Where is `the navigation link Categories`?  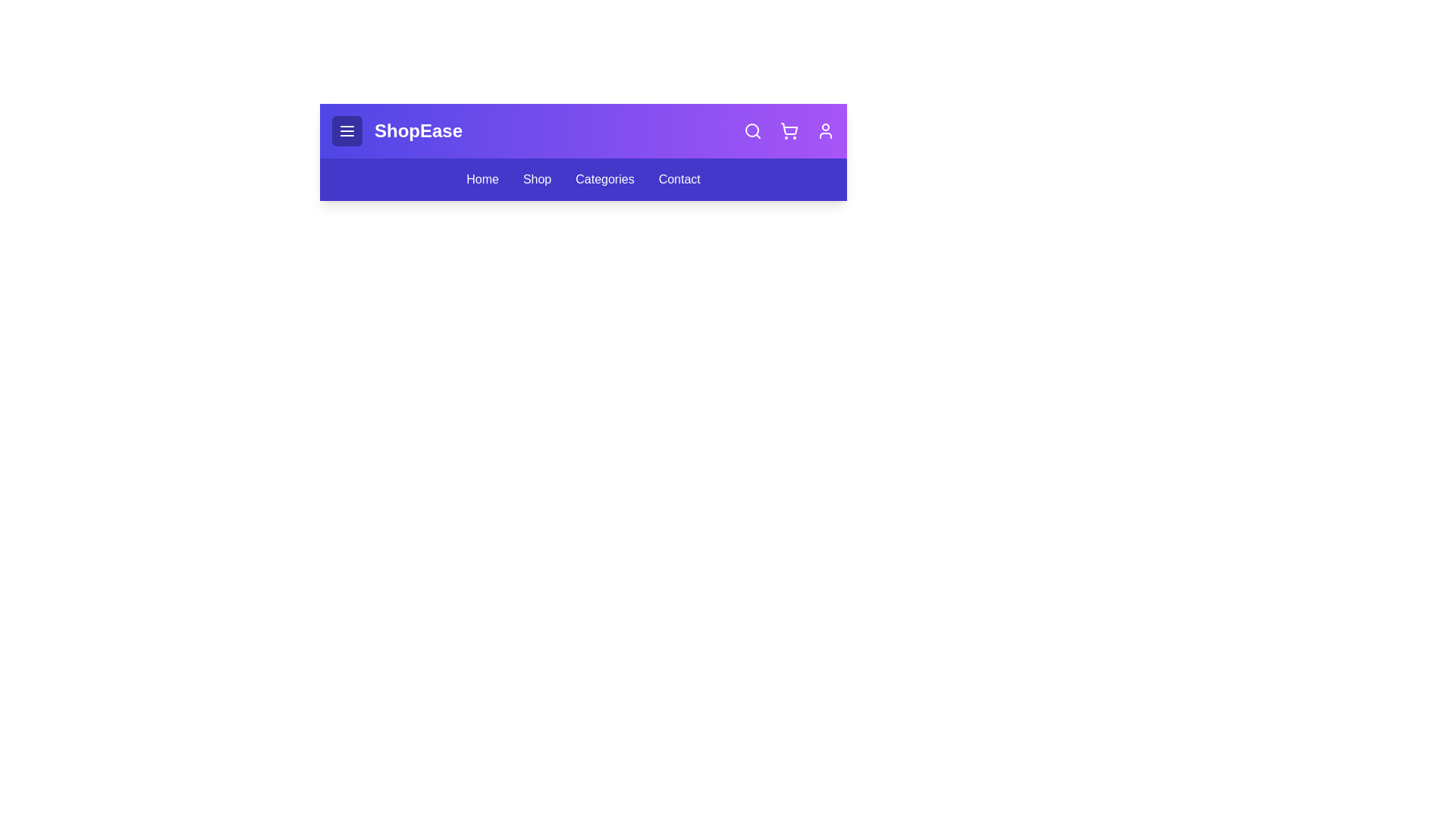 the navigation link Categories is located at coordinates (604, 178).